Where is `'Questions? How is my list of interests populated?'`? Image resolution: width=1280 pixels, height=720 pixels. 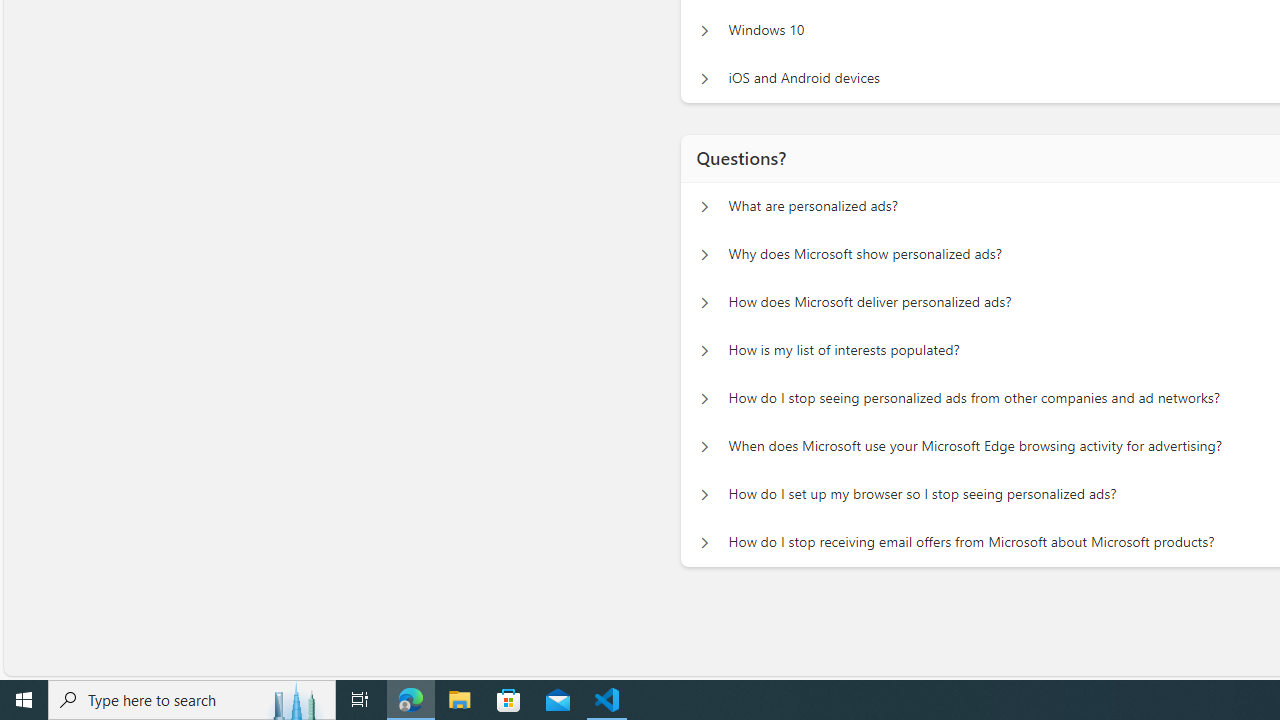
'Questions? How is my list of interests populated?' is located at coordinates (704, 350).